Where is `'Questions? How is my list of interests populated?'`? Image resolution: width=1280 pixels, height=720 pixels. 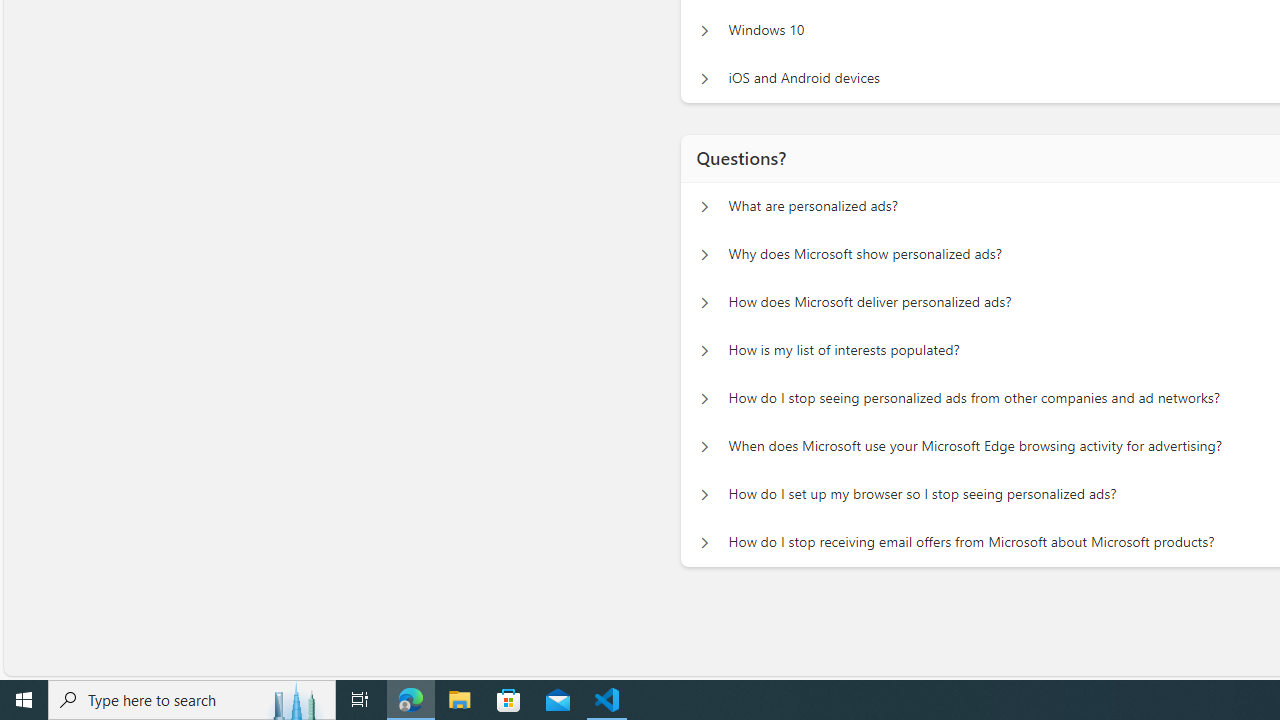
'Questions? How is my list of interests populated?' is located at coordinates (704, 350).